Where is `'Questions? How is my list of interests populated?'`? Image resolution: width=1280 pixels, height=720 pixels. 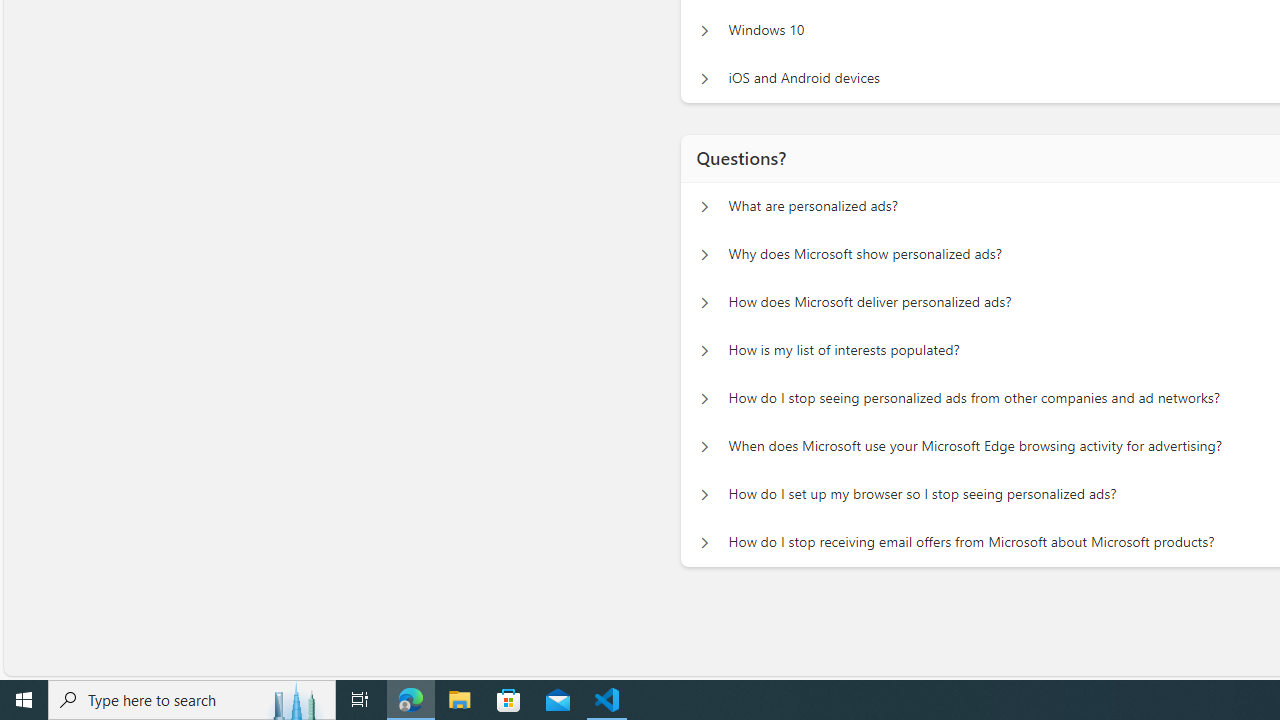
'Questions? How is my list of interests populated?' is located at coordinates (704, 350).